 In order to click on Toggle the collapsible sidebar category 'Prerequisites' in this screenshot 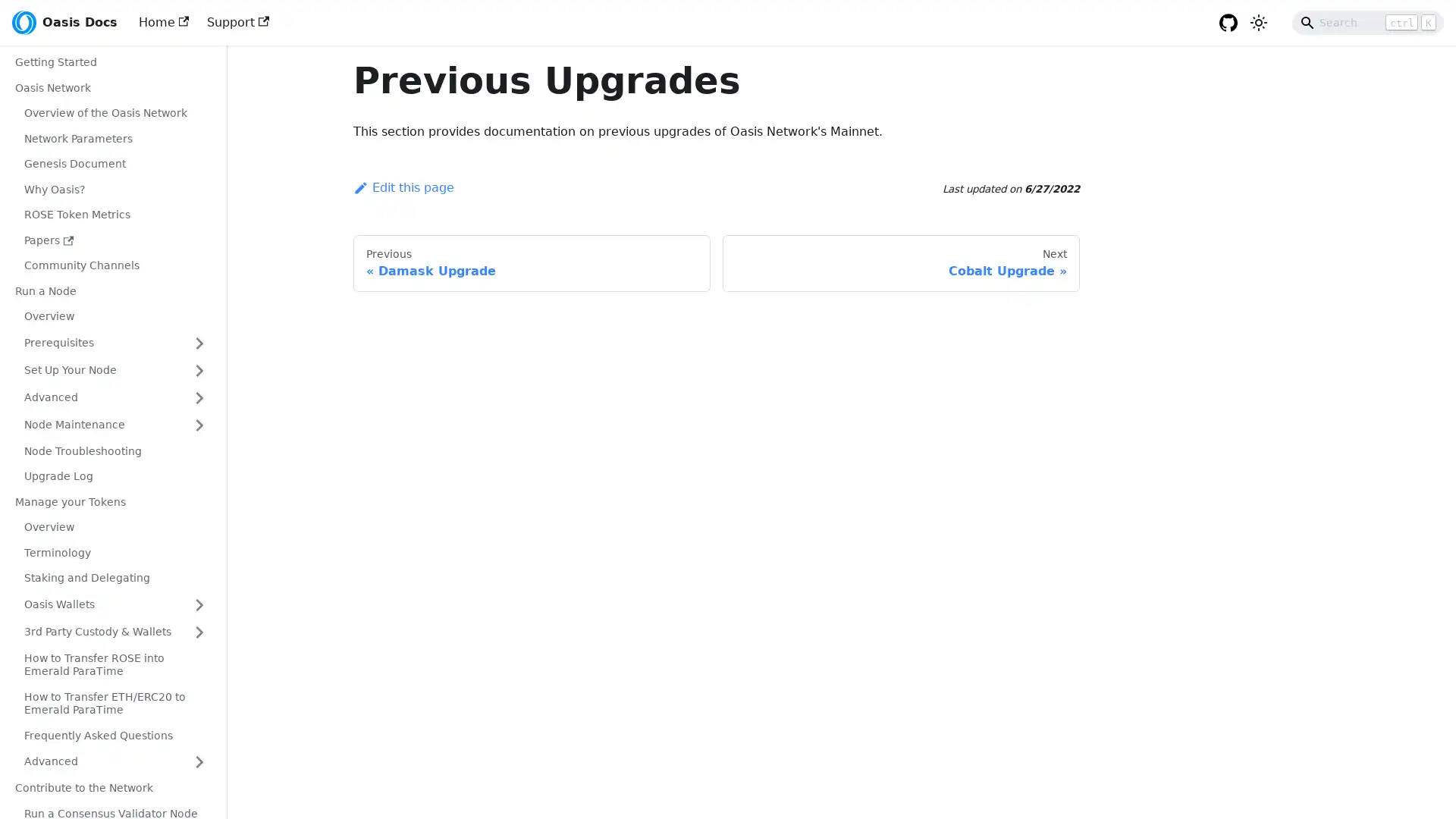, I will do `click(199, 342)`.